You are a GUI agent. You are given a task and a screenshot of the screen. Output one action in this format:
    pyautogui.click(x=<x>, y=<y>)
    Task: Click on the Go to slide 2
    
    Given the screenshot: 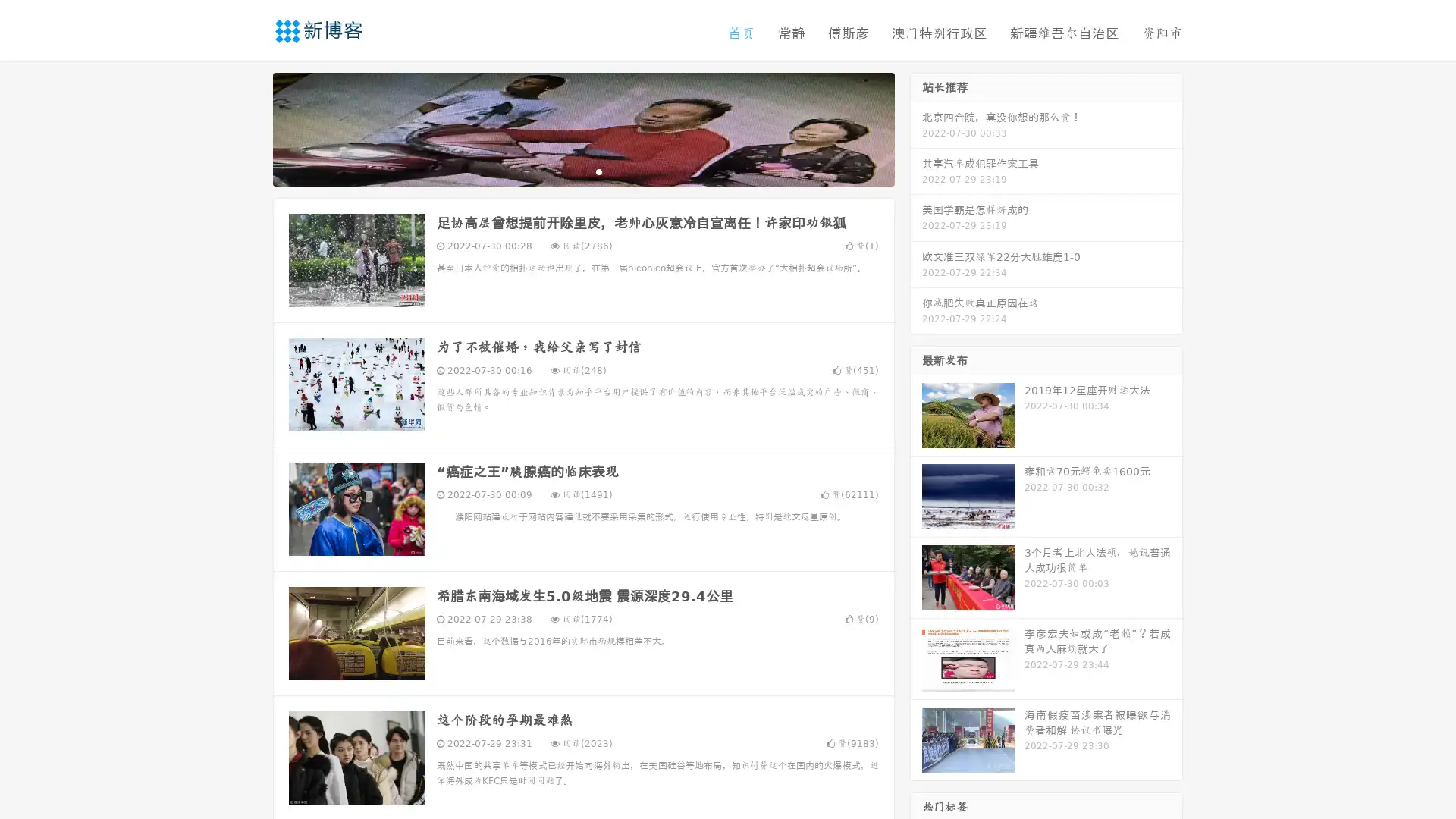 What is the action you would take?
    pyautogui.click(x=582, y=171)
    